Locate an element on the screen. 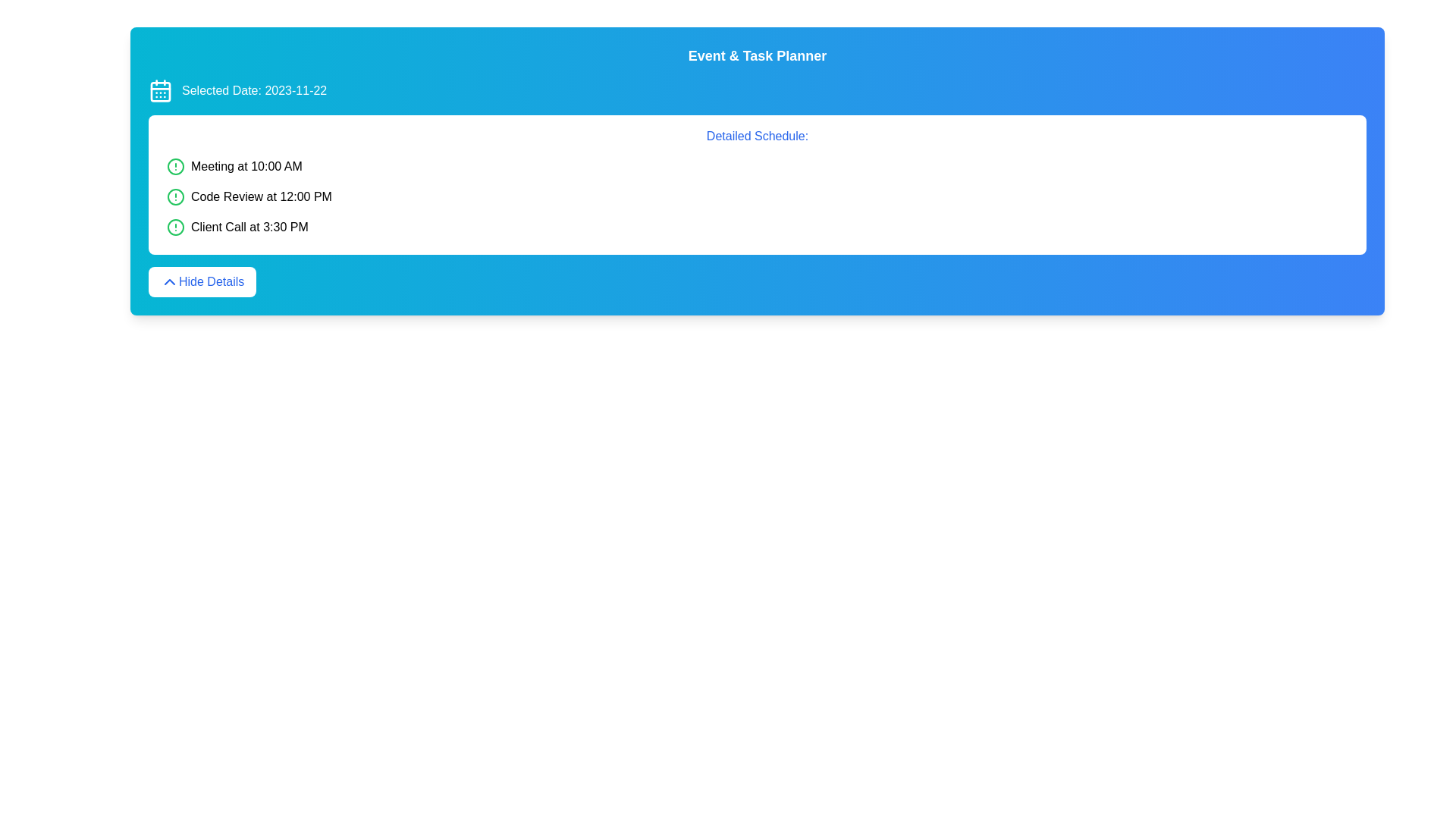 This screenshot has width=1456, height=819. the second scheduled event text which is centrally located within a white card, positioned below 'Meeting at 10:00 AM' and above 'Client Call at 3:30 PM' is located at coordinates (262, 196).